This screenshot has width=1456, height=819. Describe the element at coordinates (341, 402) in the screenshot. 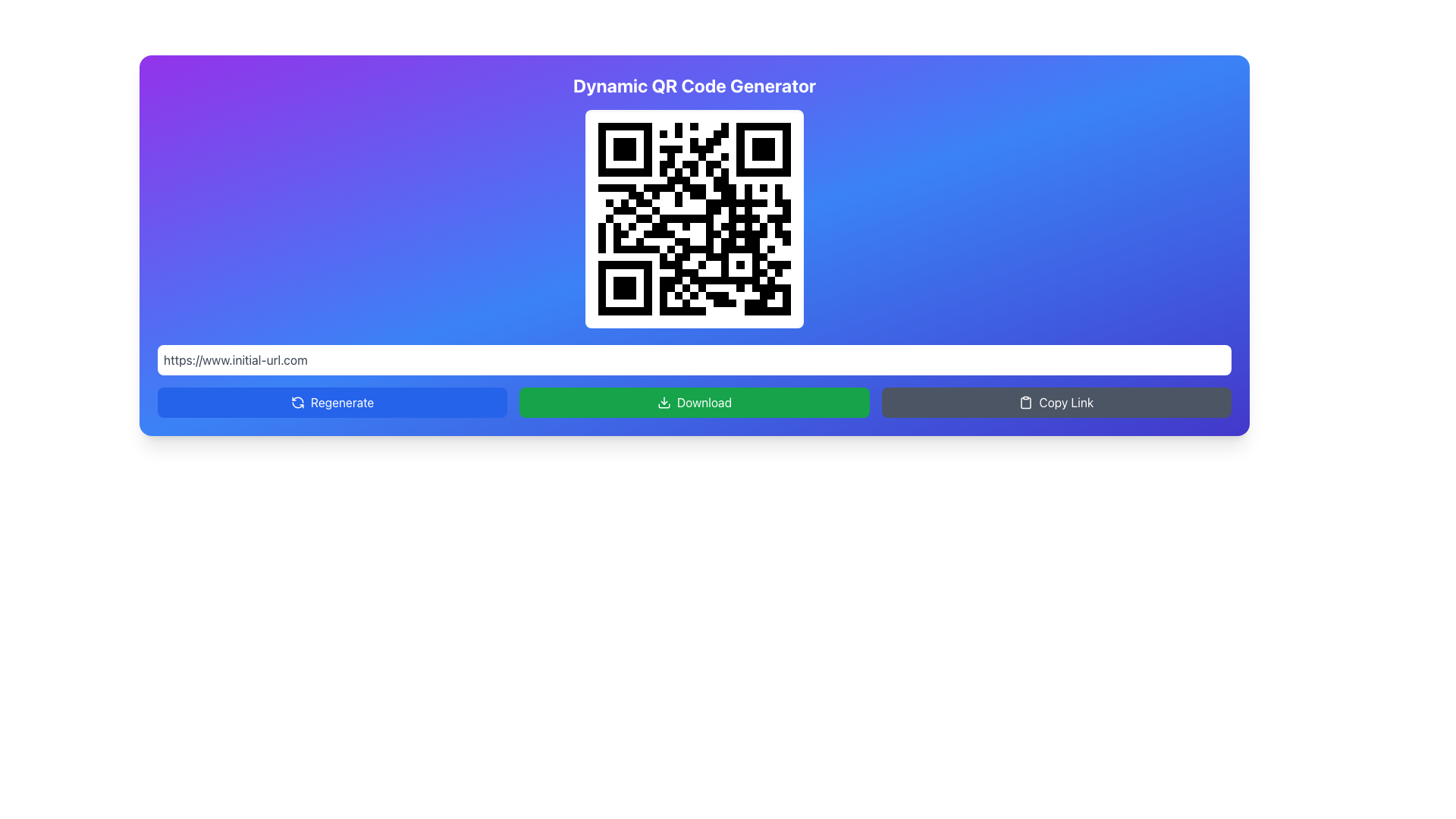

I see `the 'Regenerate' text label within the button component` at that location.